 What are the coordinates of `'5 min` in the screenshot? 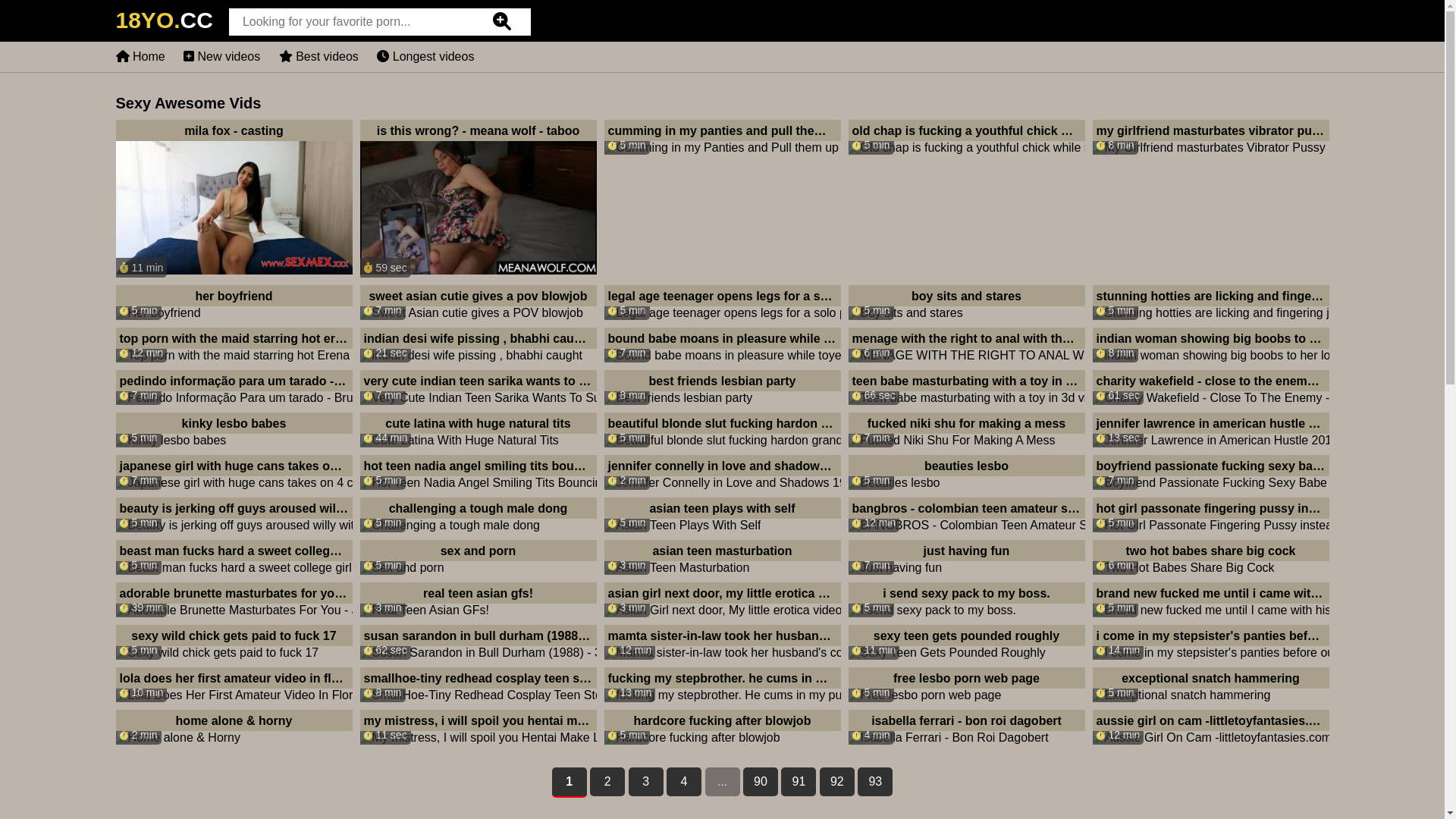 It's located at (965, 472).